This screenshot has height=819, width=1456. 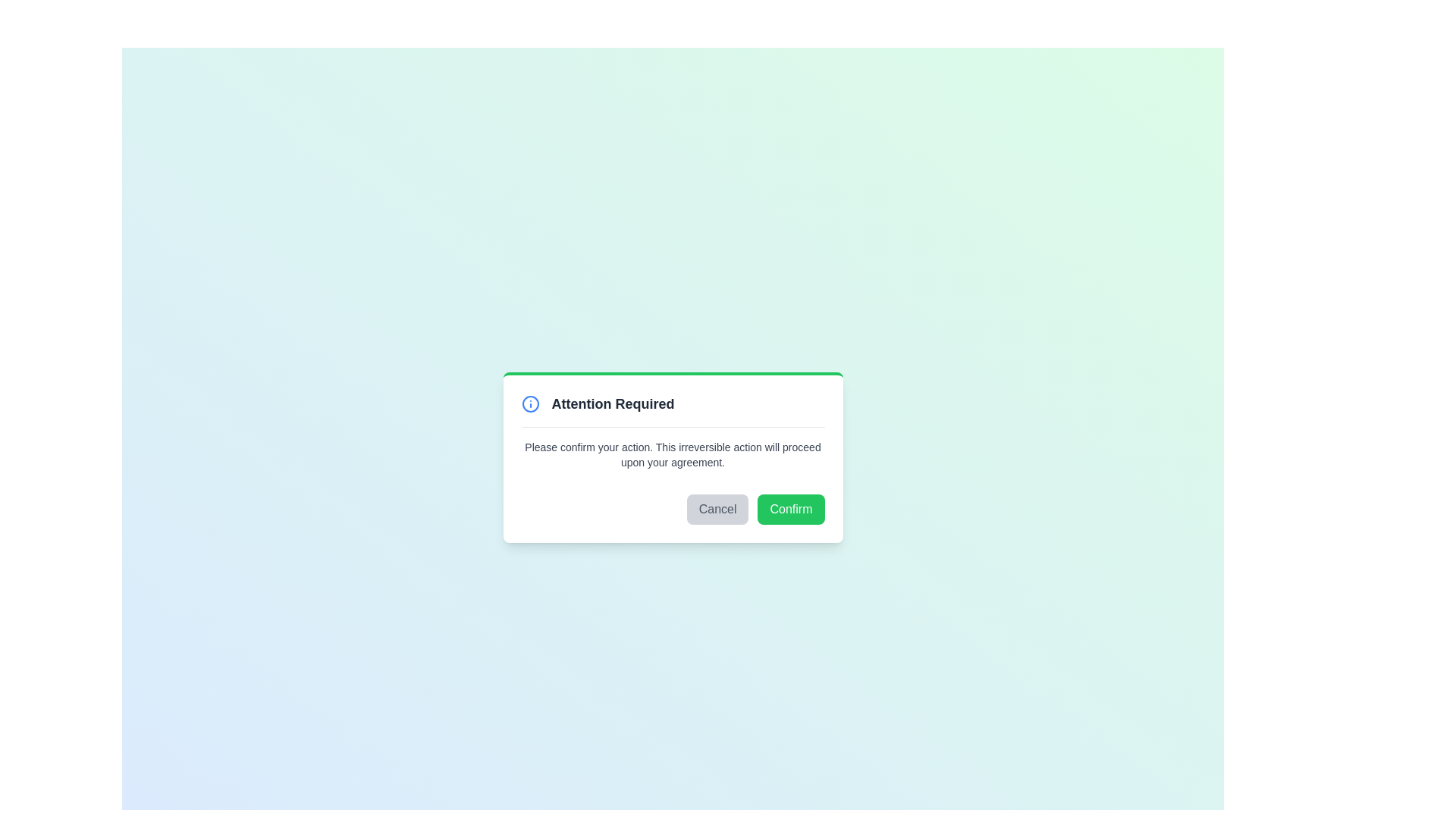 What do you see at coordinates (790, 509) in the screenshot?
I see `the green 'Confirm' button with rounded corners located at the bottom-right corner of the modal dialog box to confirm the action` at bounding box center [790, 509].